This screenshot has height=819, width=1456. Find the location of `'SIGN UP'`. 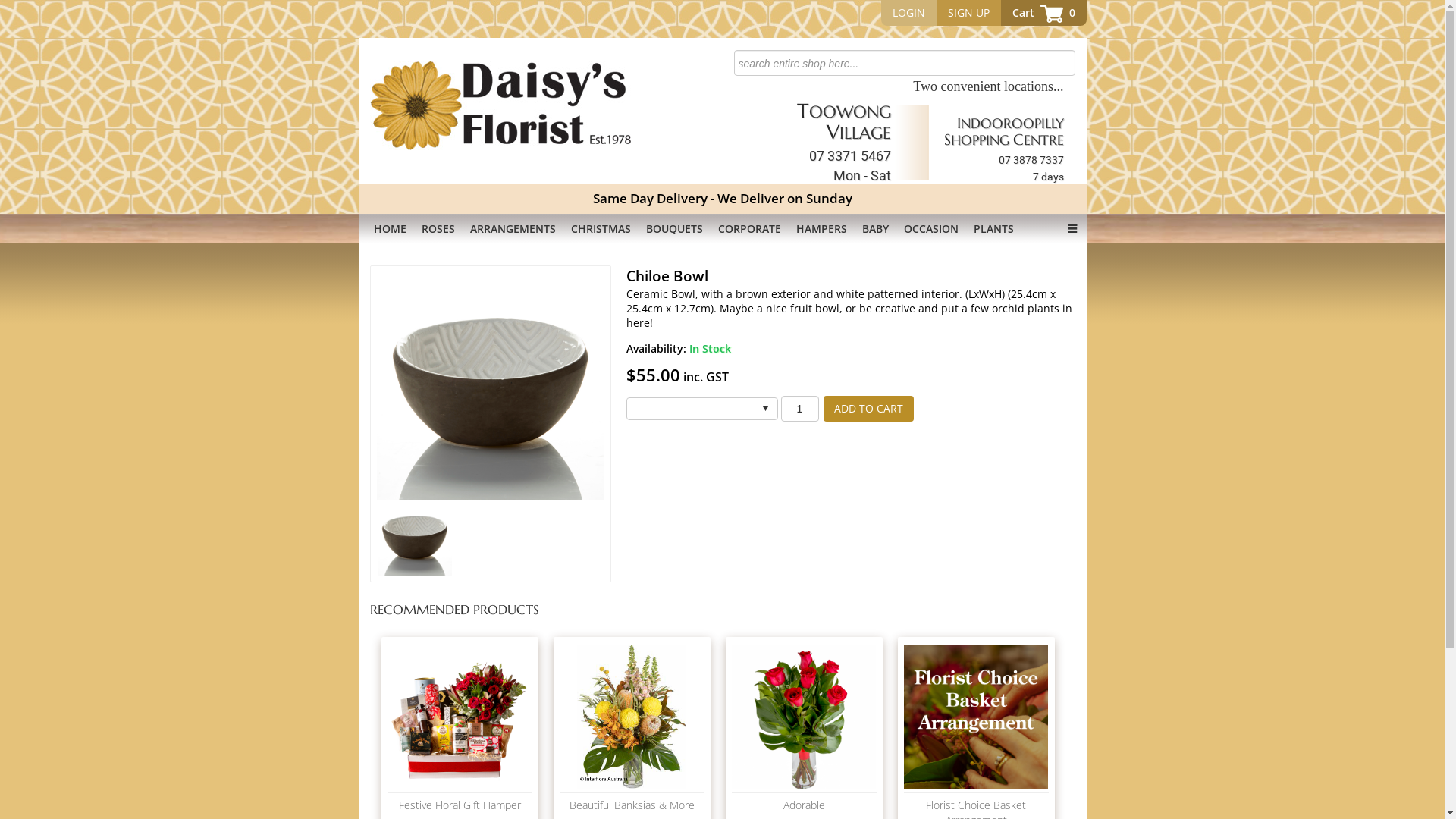

'SIGN UP' is located at coordinates (967, 12).